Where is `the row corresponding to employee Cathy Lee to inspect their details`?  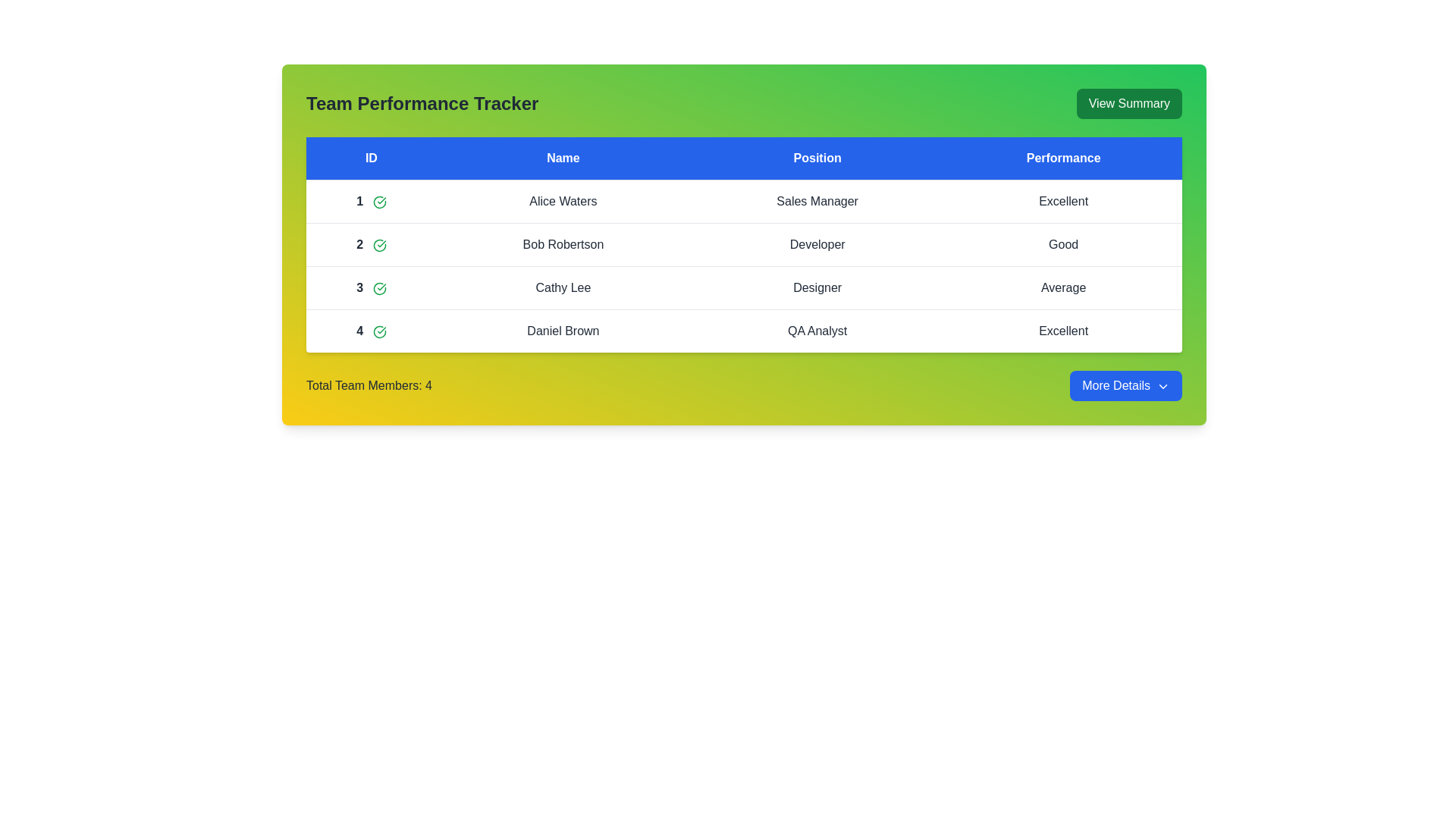 the row corresponding to employee Cathy Lee to inspect their details is located at coordinates (562, 288).